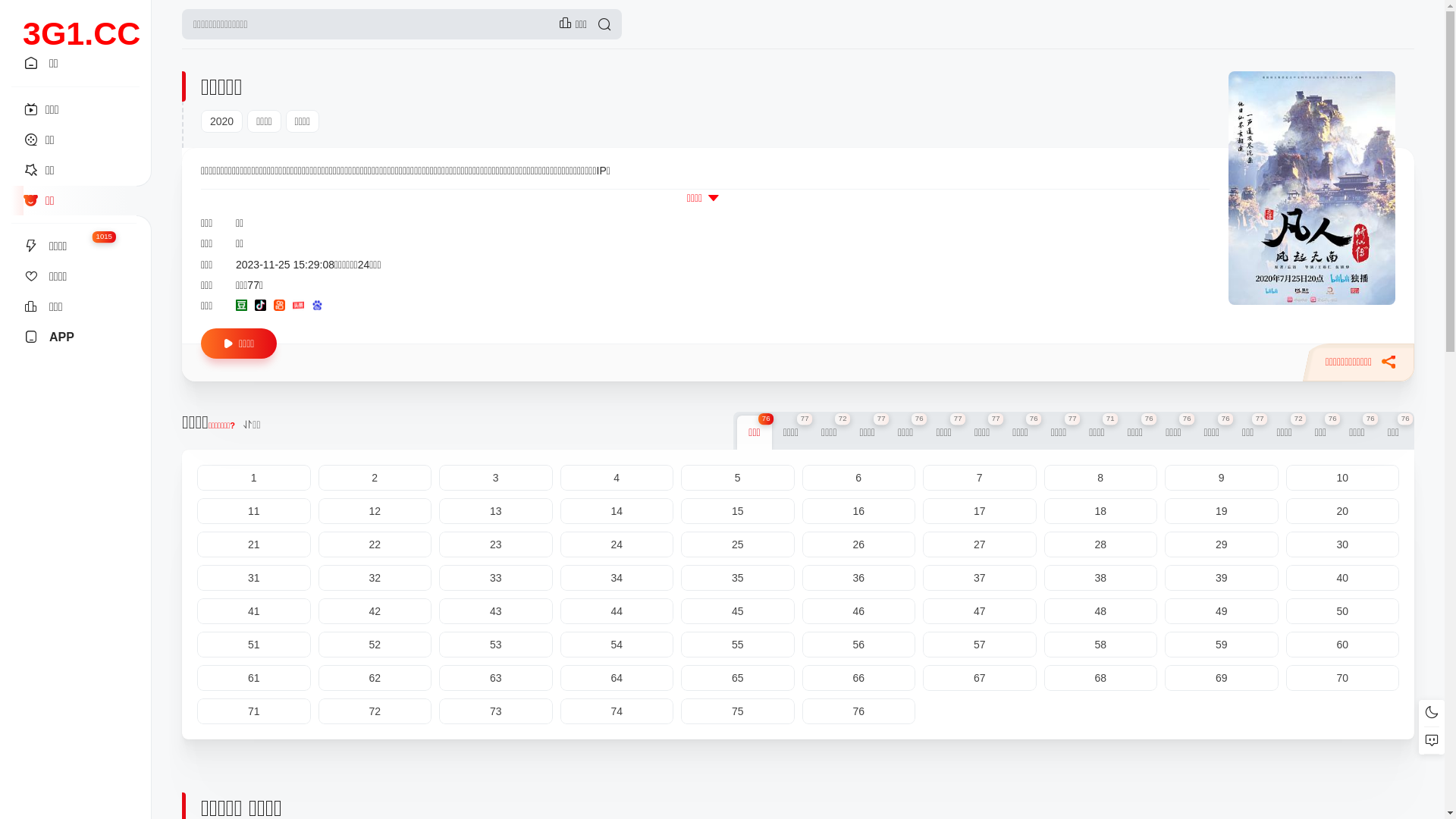 The height and width of the screenshot is (819, 1456). Describe the element at coordinates (1343, 476) in the screenshot. I see `'10'` at that location.